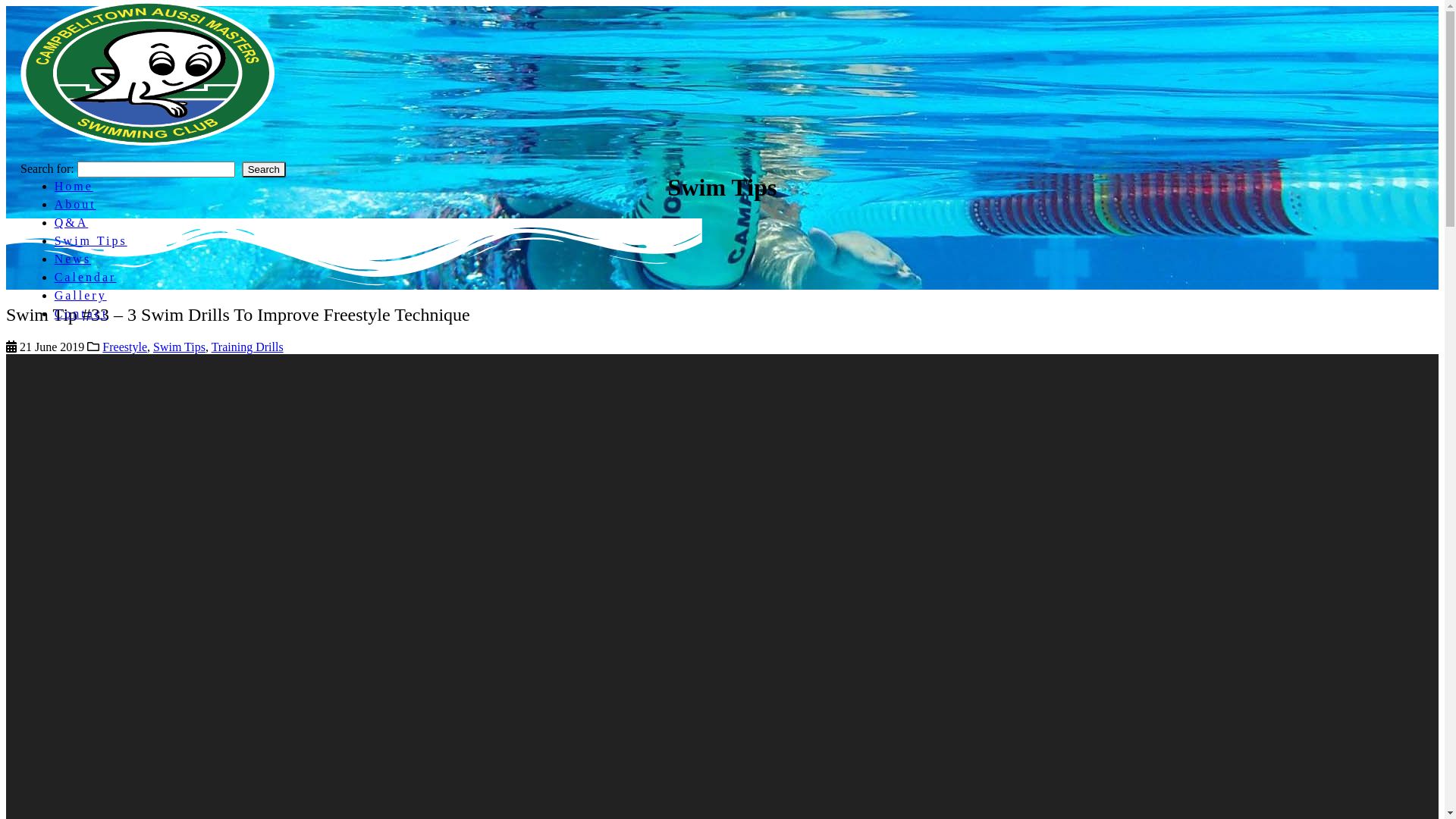  I want to click on 'Training Drills', so click(210, 347).